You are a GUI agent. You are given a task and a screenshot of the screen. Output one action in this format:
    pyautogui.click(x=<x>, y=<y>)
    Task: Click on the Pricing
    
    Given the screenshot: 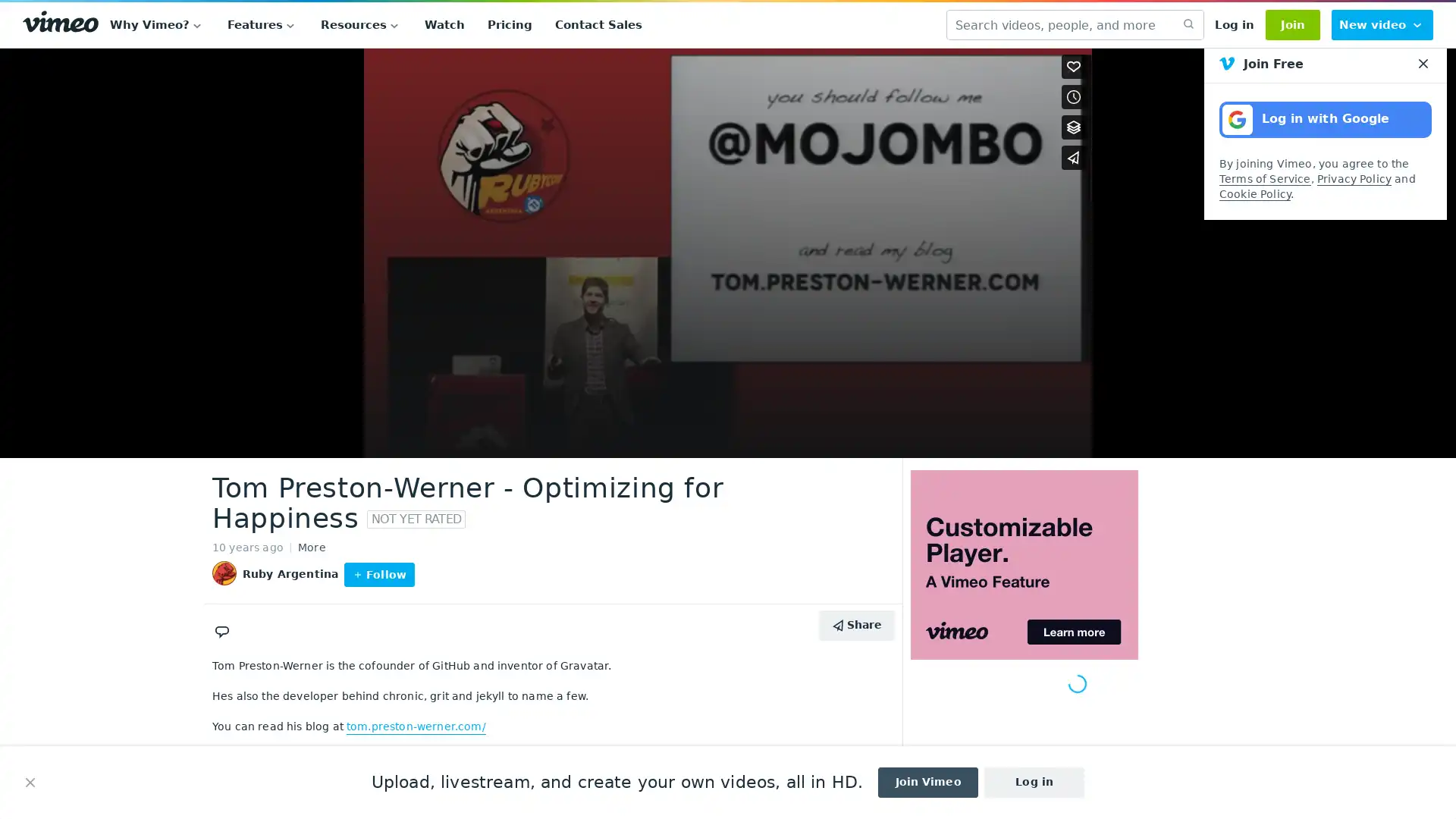 What is the action you would take?
    pyautogui.click(x=510, y=25)
    